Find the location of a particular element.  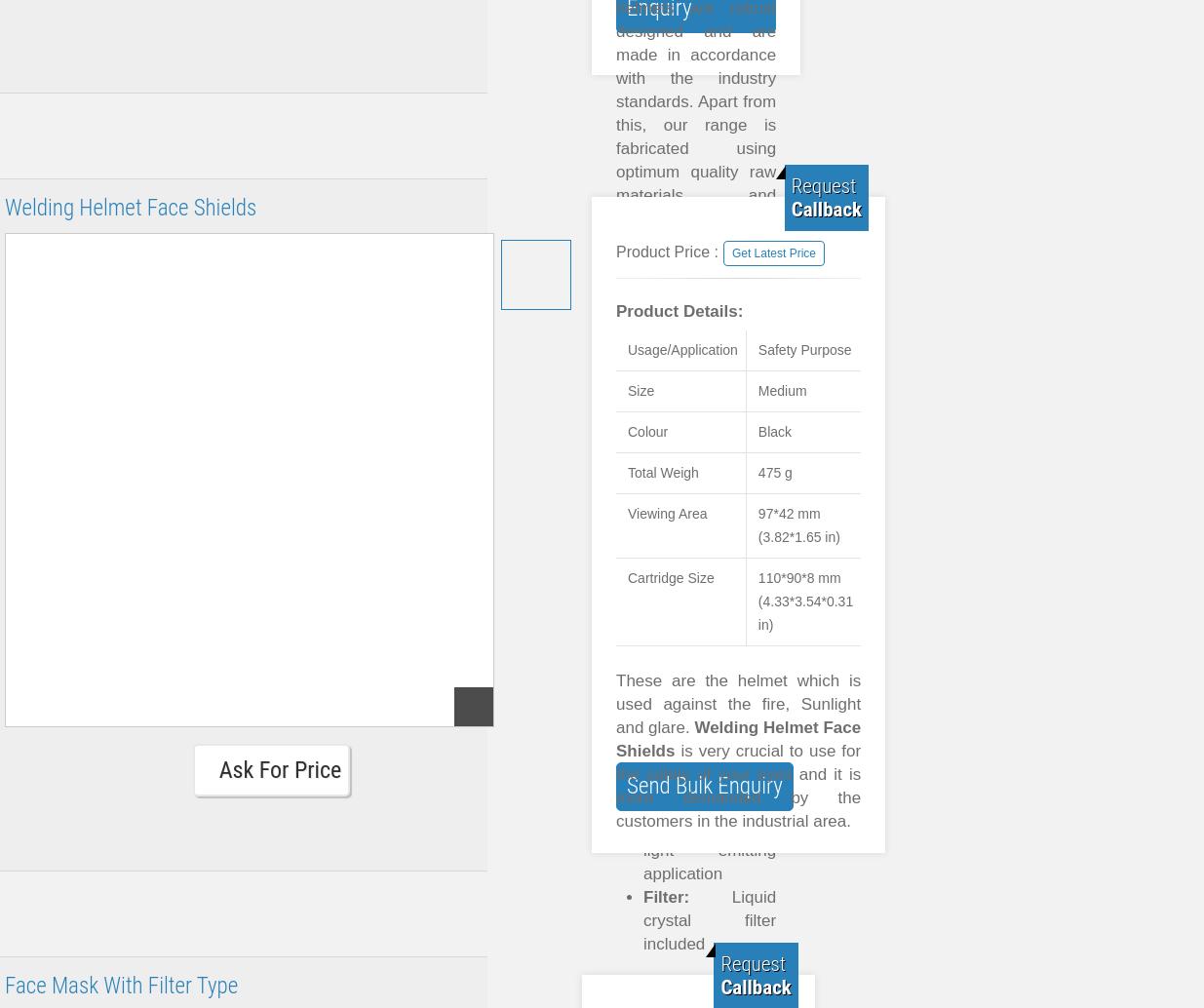

'High strength' is located at coordinates (692, 663).